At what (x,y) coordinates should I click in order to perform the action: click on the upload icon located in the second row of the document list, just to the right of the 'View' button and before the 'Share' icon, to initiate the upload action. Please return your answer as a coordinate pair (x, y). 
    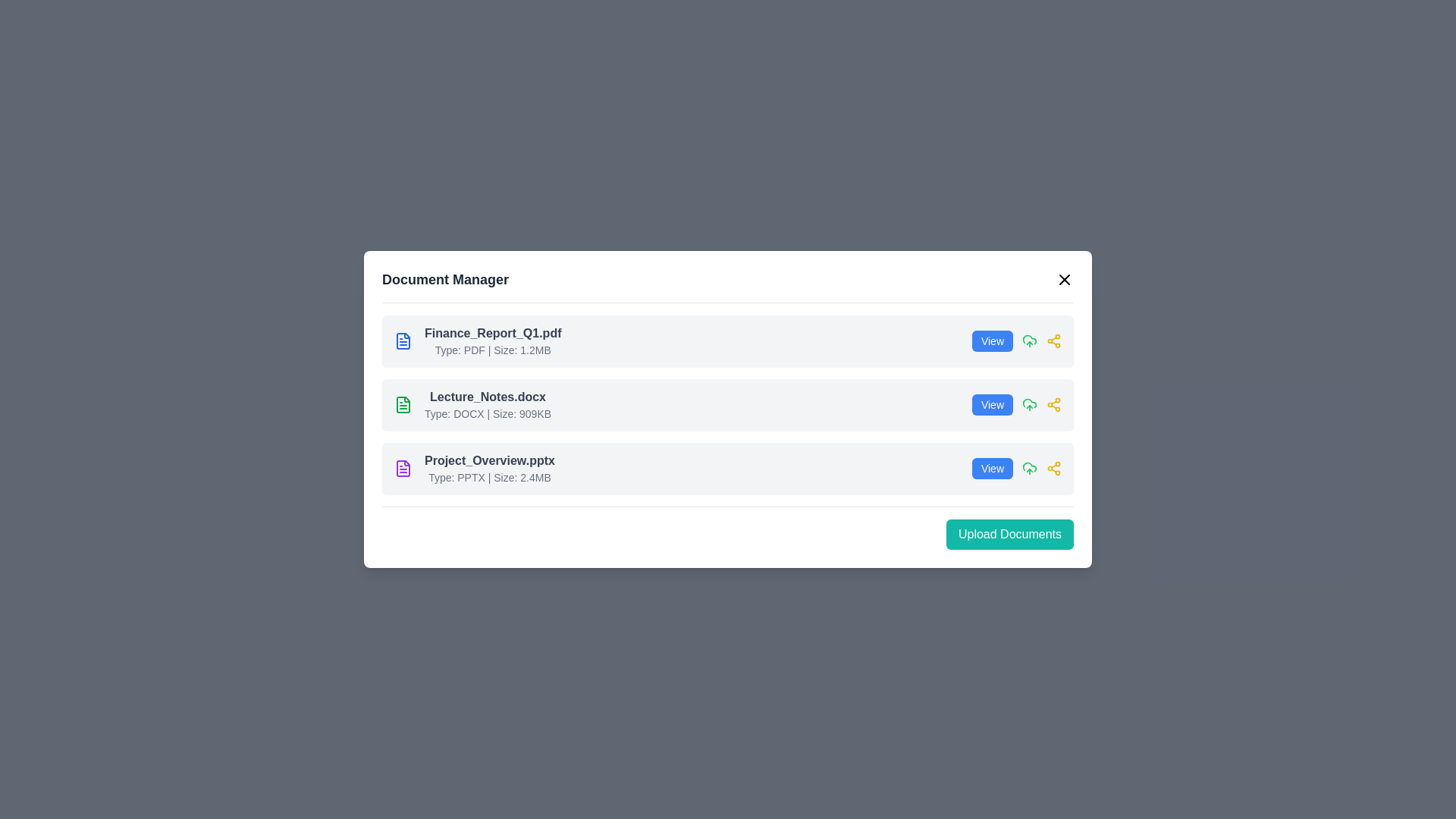
    Looking at the image, I should click on (1030, 403).